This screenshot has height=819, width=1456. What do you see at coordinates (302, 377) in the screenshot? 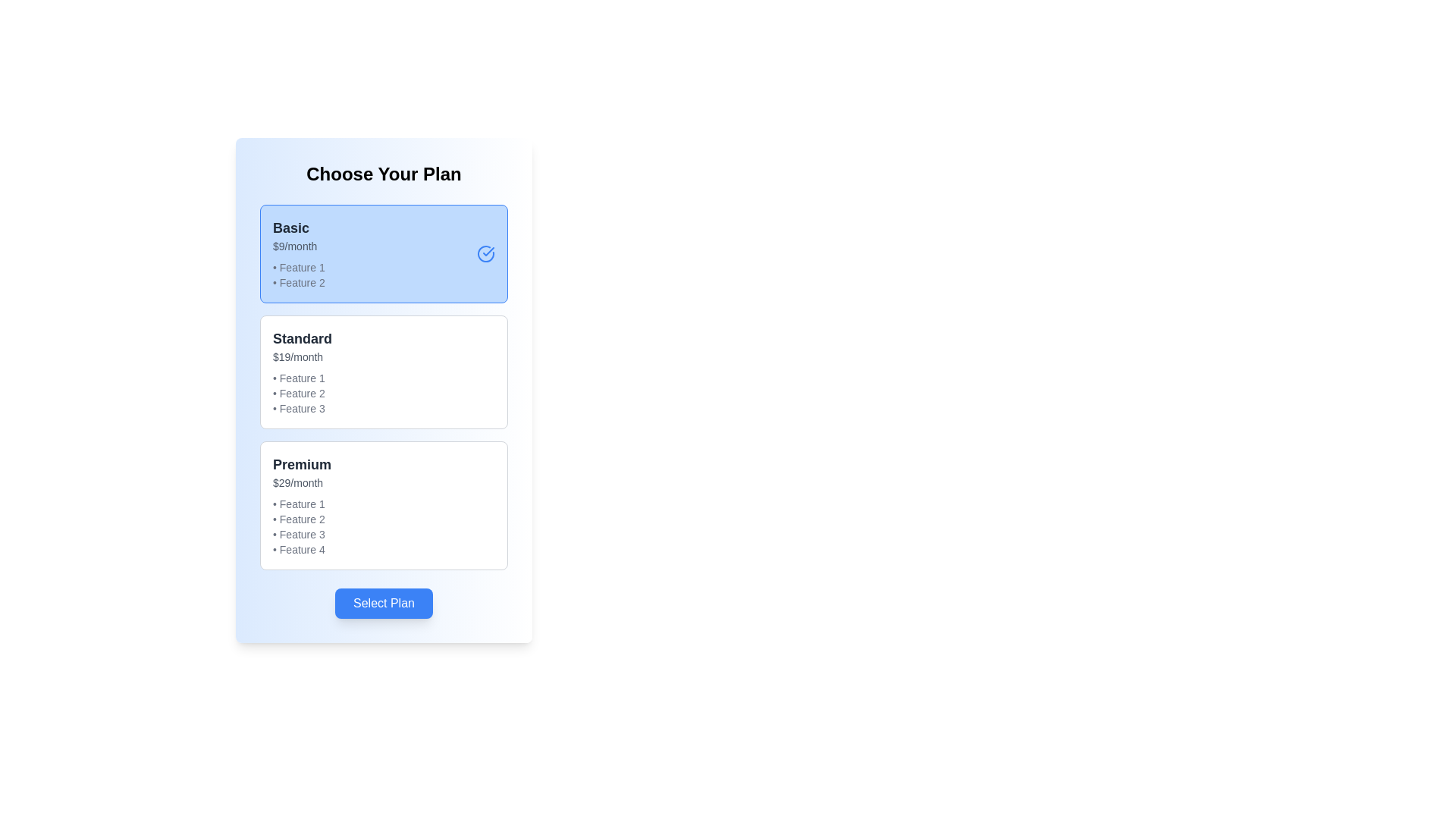
I see `the static text that visually indicates a feature included in the 'Standard' plan, which is the first item in the list of options` at bounding box center [302, 377].